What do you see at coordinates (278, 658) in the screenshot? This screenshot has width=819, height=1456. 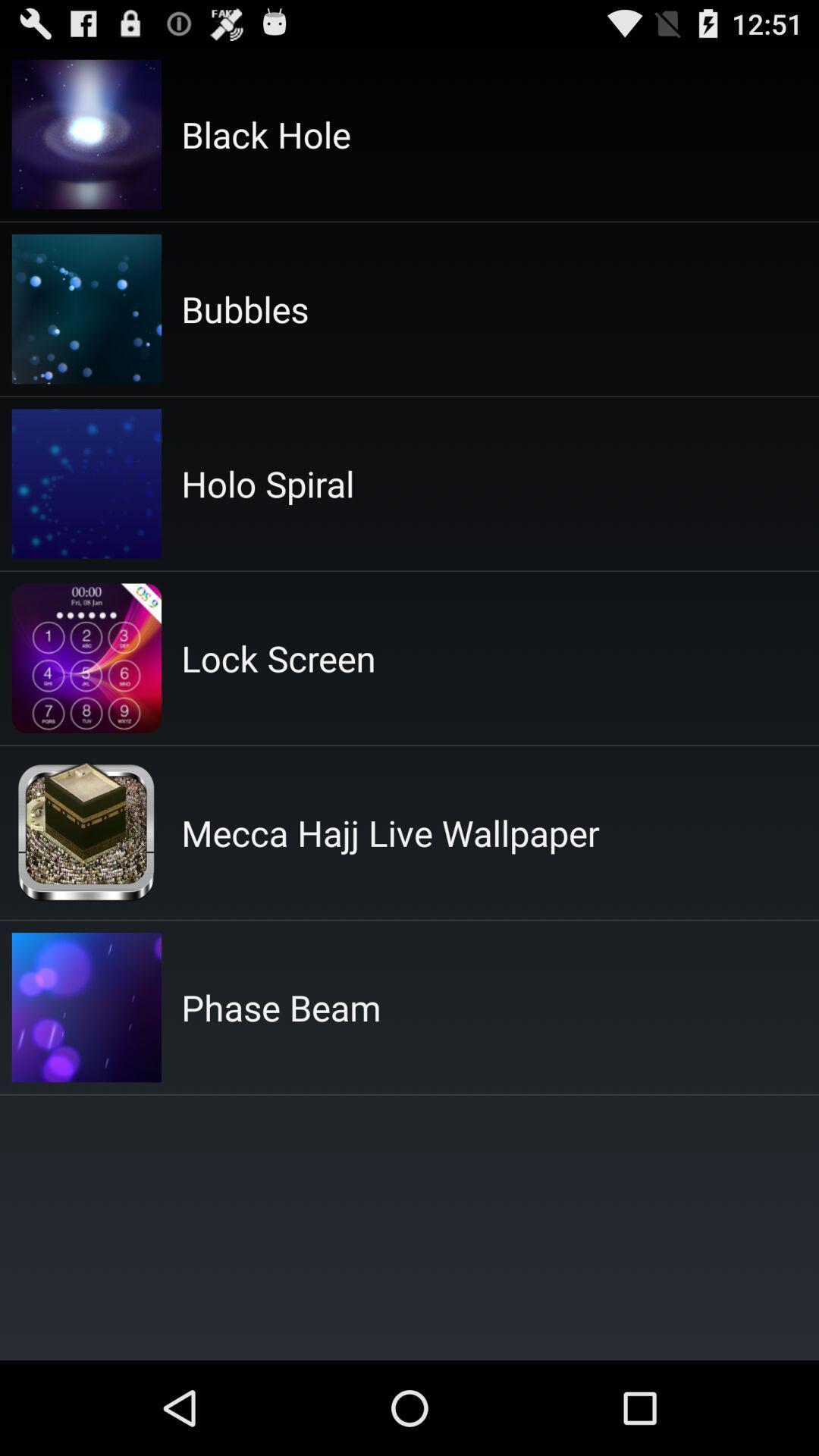 I see `item above mecca hajj live` at bounding box center [278, 658].